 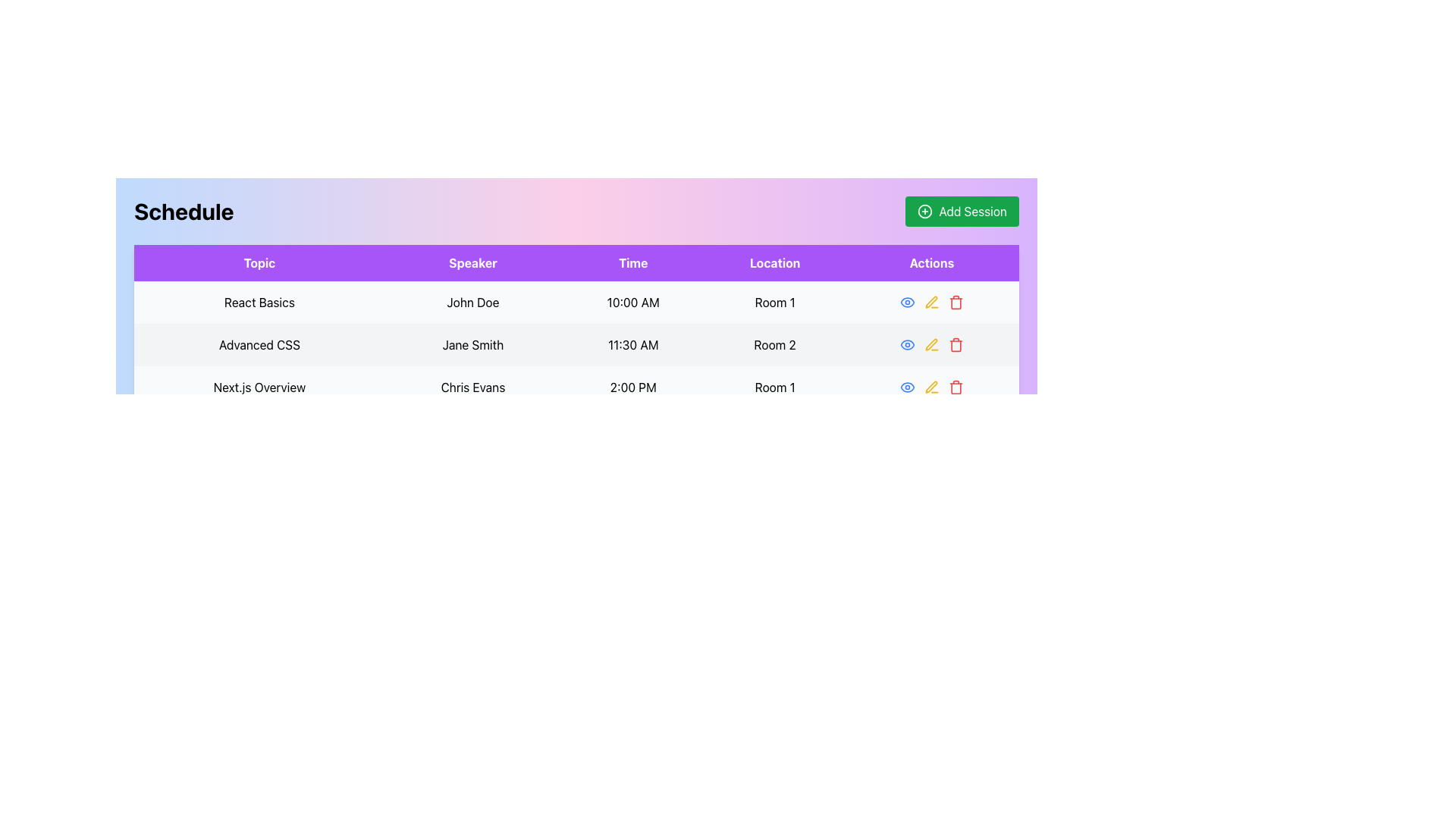 I want to click on the small circular SVG Circle Element that is part of the 'circle-plus' icon located near the 'Add Session' button, so click(x=924, y=211).